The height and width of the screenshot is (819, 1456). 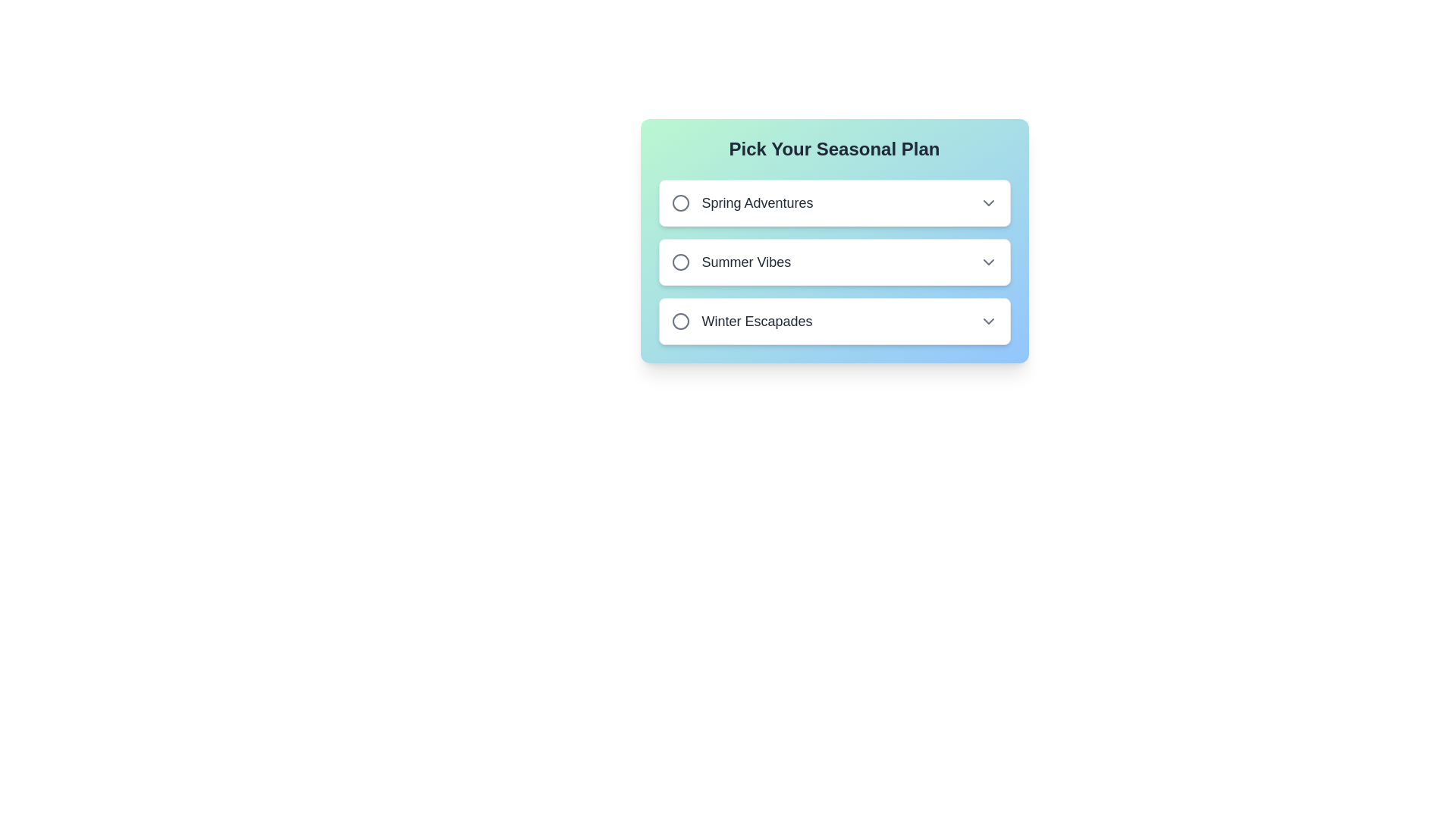 What do you see at coordinates (833, 149) in the screenshot?
I see `title text element that serves as the primary heading above the options 'Spring Adventures,' 'Summer Vibes,' and 'Winter Escapades.'` at bounding box center [833, 149].